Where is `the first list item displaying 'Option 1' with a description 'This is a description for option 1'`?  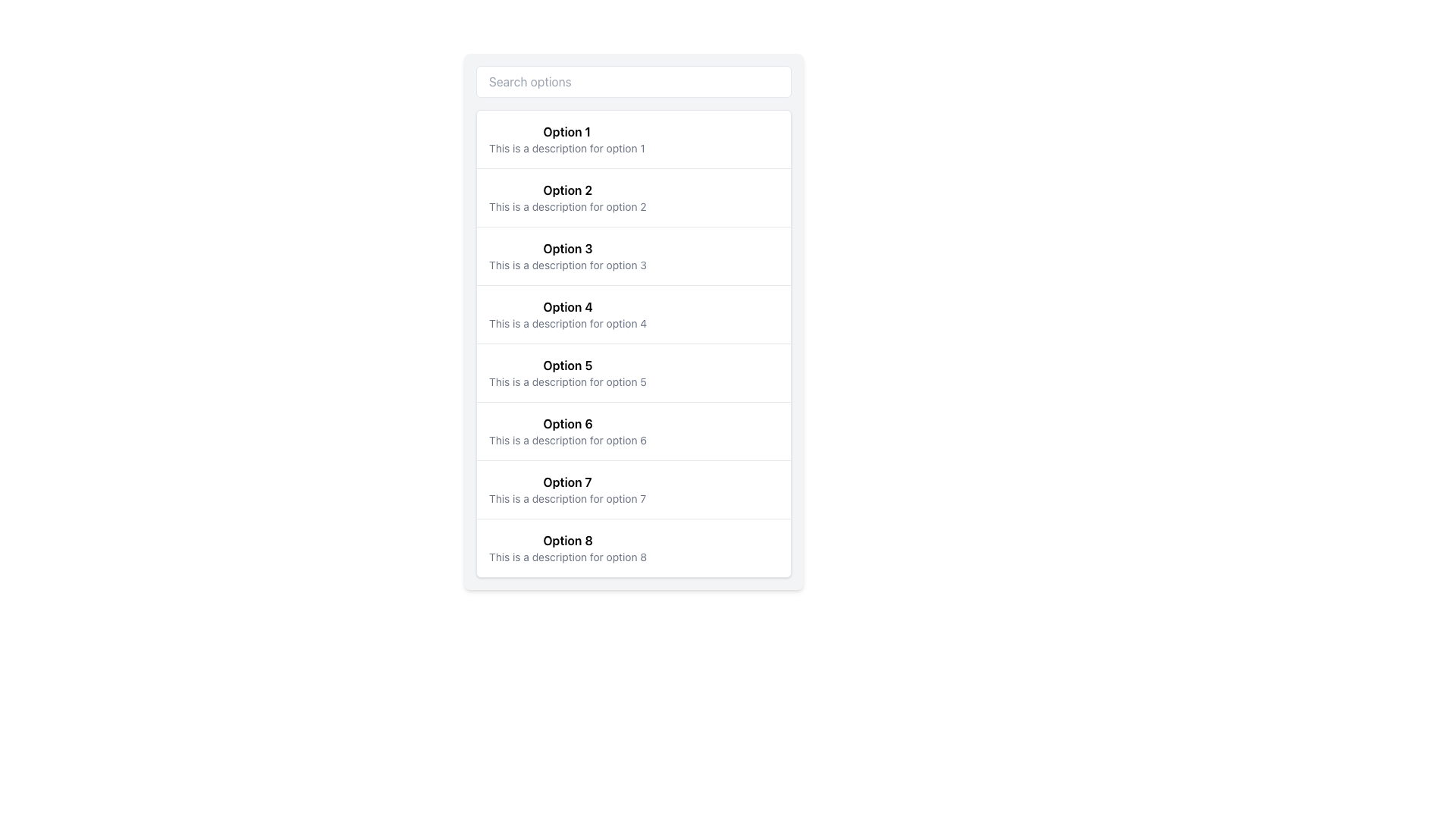 the first list item displaying 'Option 1' with a description 'This is a description for option 1' is located at coordinates (566, 140).